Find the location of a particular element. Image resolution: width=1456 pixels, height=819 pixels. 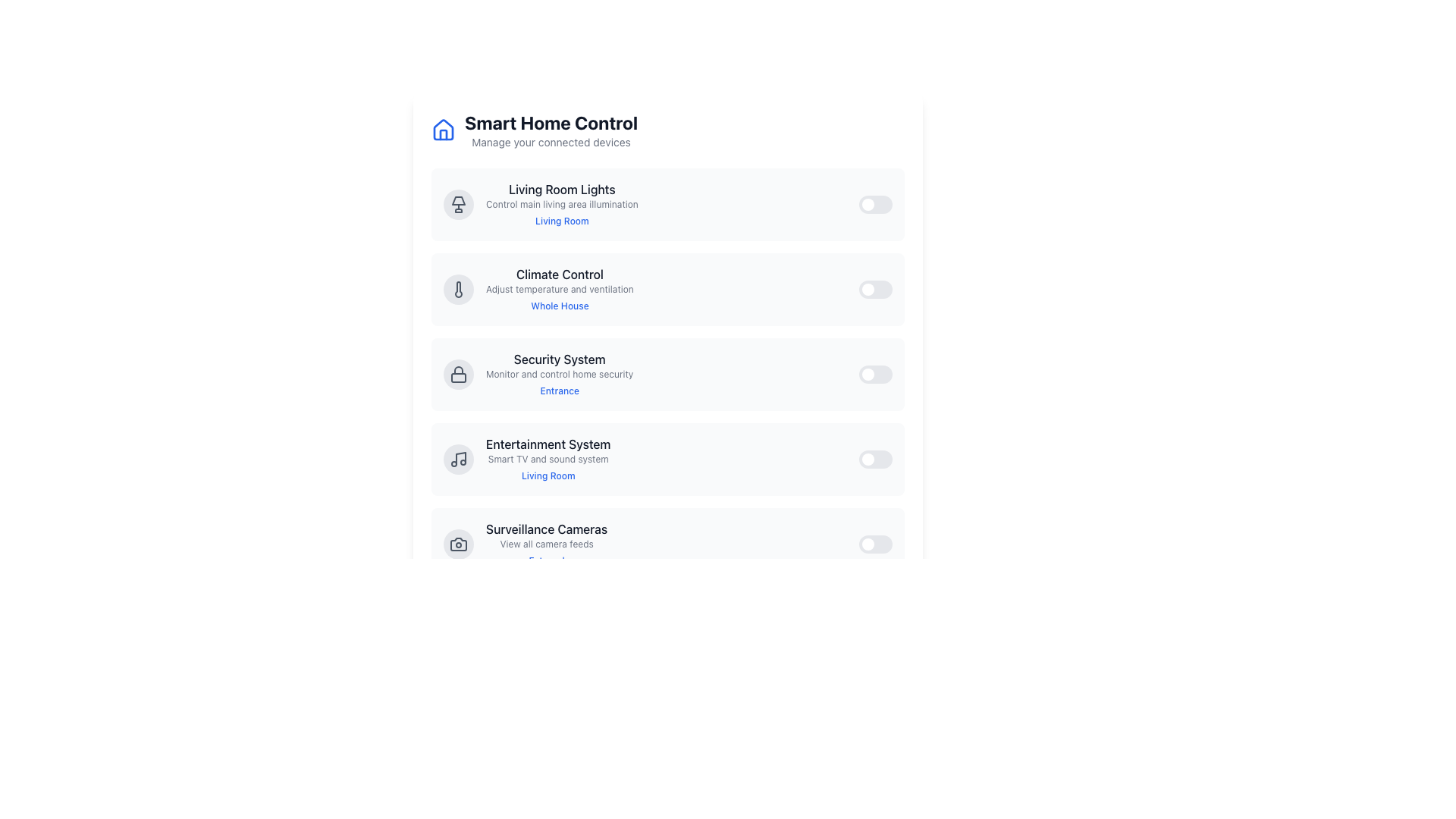

the informational text element displaying 'Adjust temperature and ventilation' located in the 'Climate Control' section is located at coordinates (559, 289).